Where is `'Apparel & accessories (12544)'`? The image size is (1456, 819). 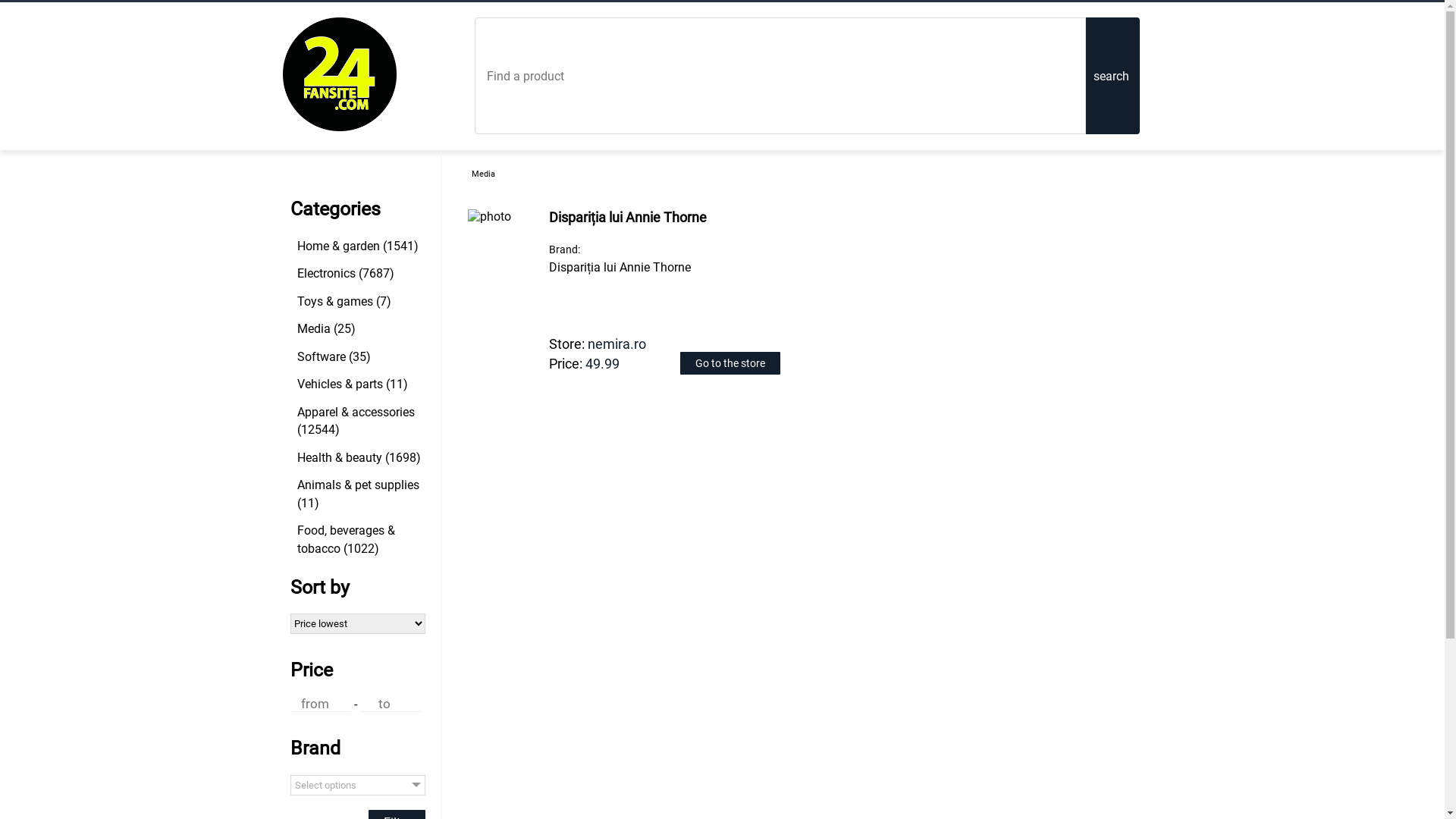 'Apparel & accessories (12544)' is located at coordinates (359, 421).